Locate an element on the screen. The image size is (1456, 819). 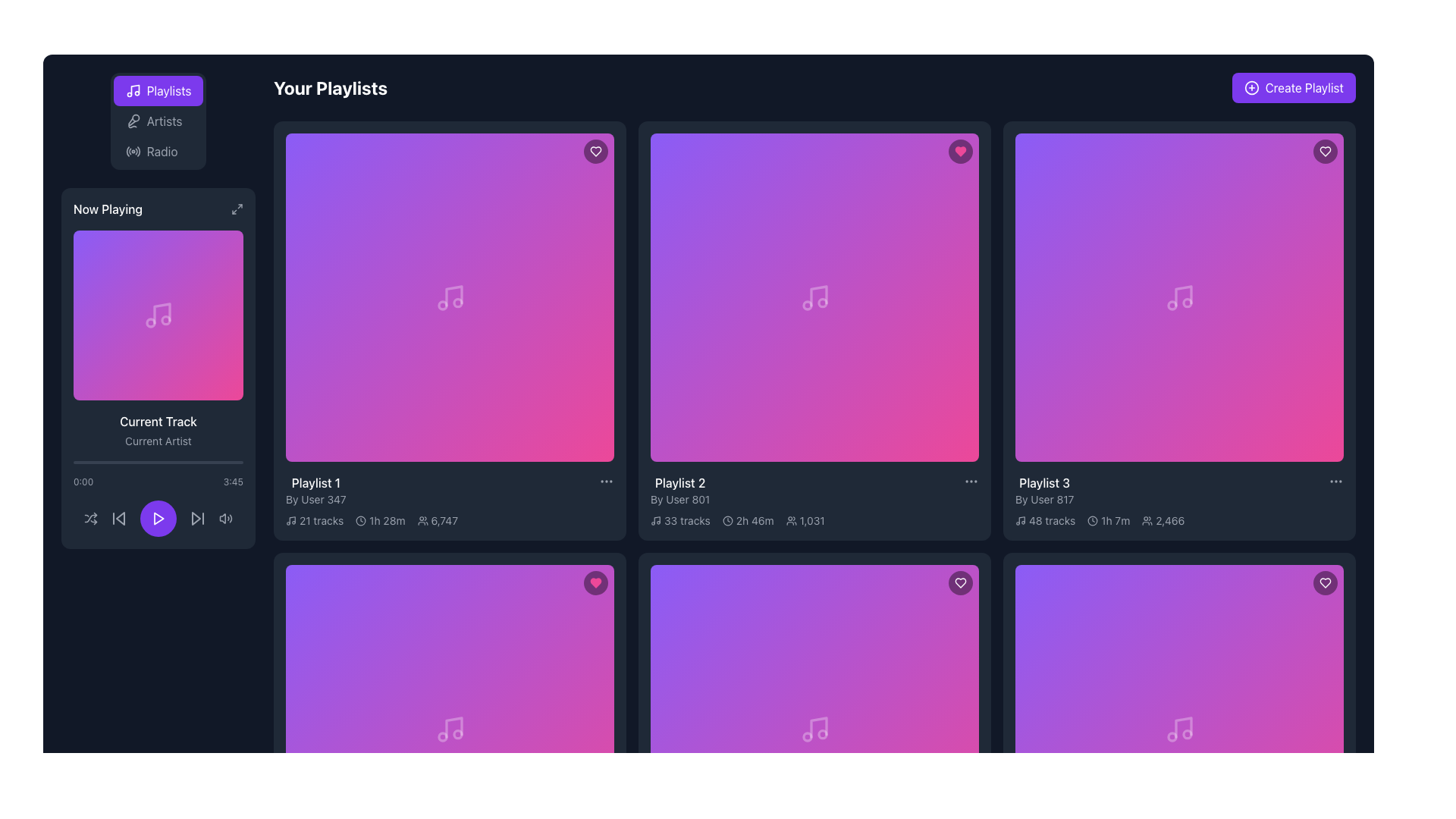
the duration indicator label located under the 'Playlist 2' card in the 'Your Playlists' section is located at coordinates (748, 519).